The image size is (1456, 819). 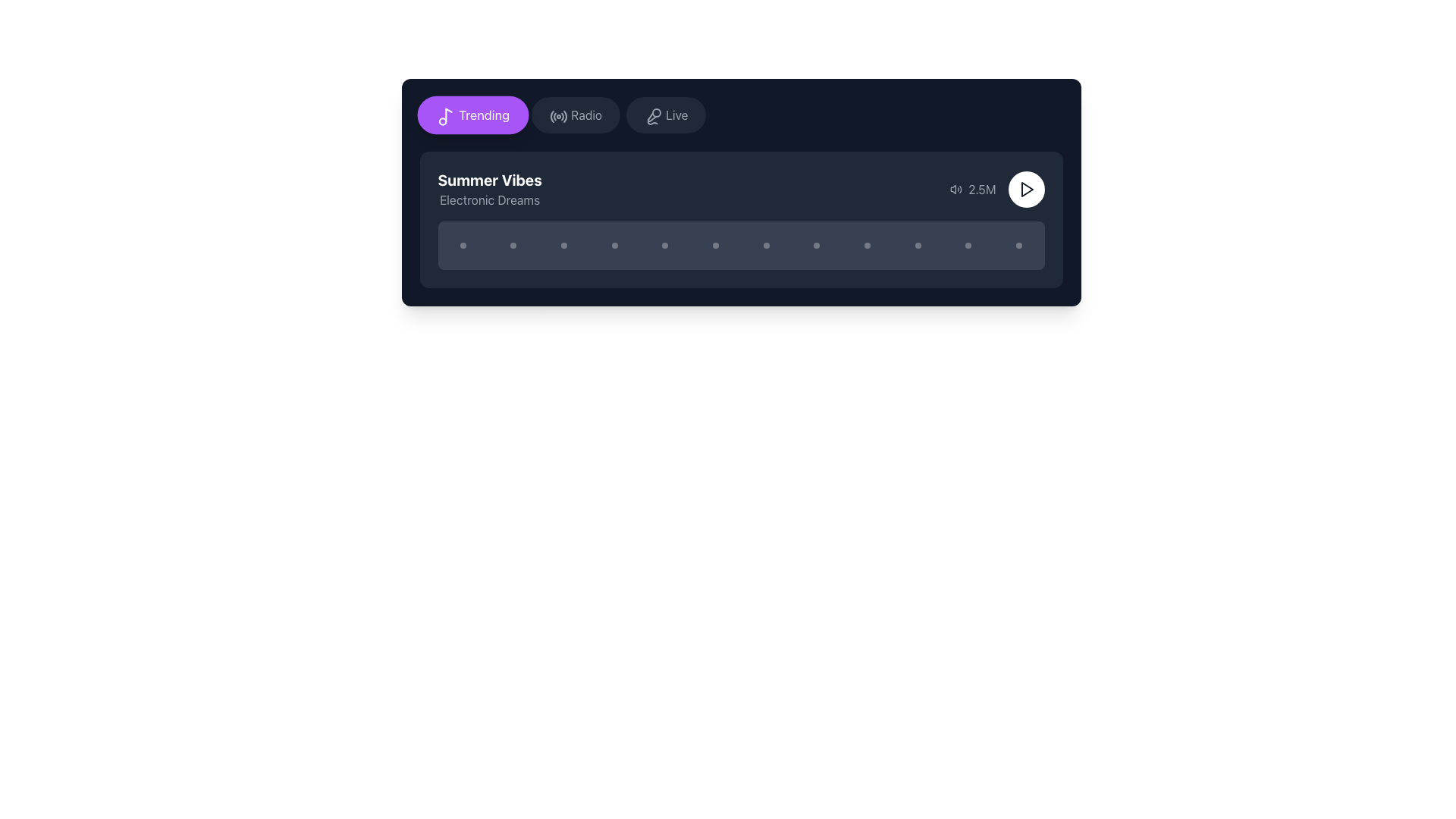 I want to click on the decorative SVG icon that enhances the visual identification of the 'Live' button located in the top-right section of the 'Live' button group in the horizontal navigation bar, so click(x=652, y=116).